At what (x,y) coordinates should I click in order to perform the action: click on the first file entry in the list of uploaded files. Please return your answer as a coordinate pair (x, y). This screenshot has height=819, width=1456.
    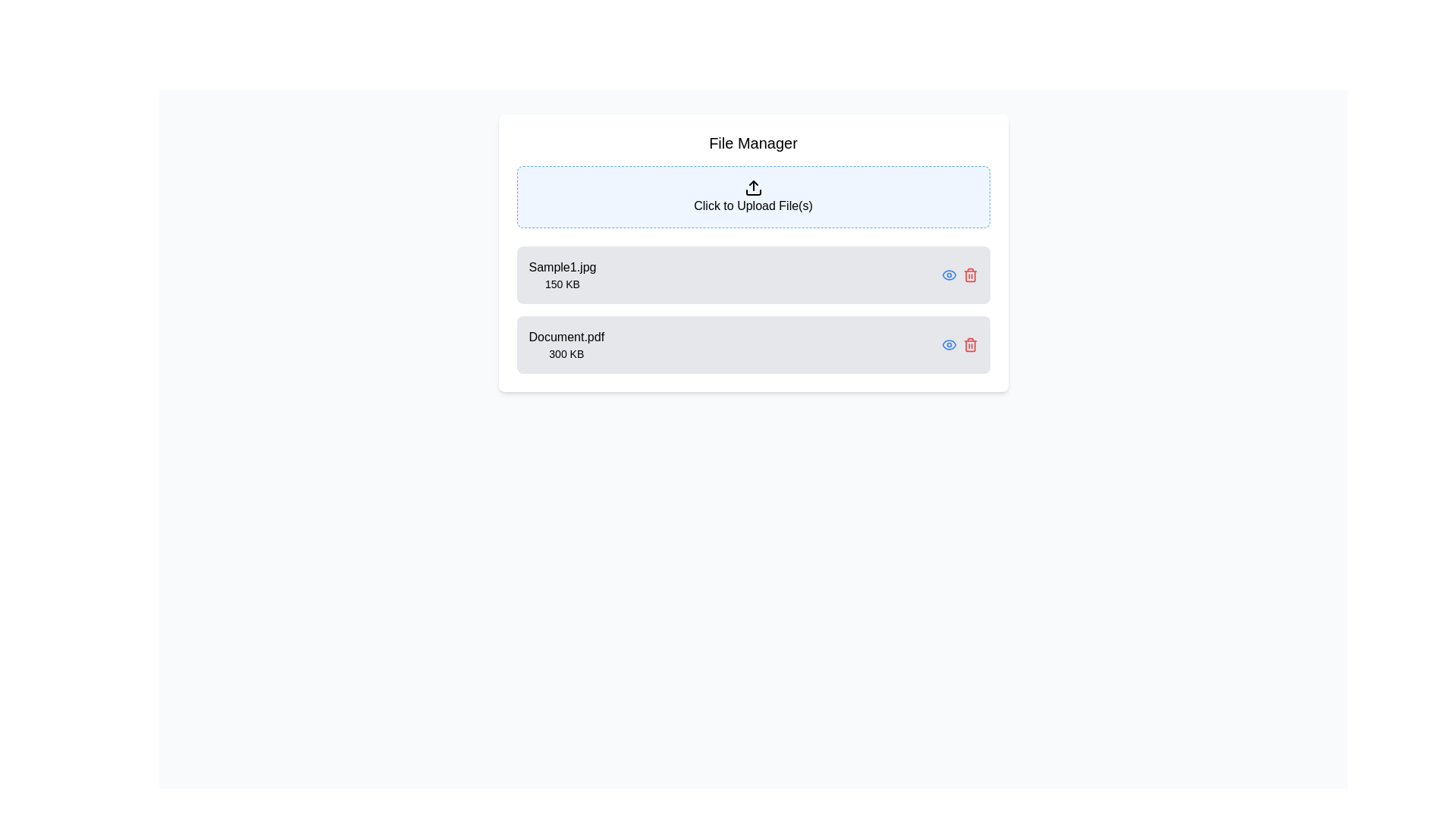
    Looking at the image, I should click on (753, 275).